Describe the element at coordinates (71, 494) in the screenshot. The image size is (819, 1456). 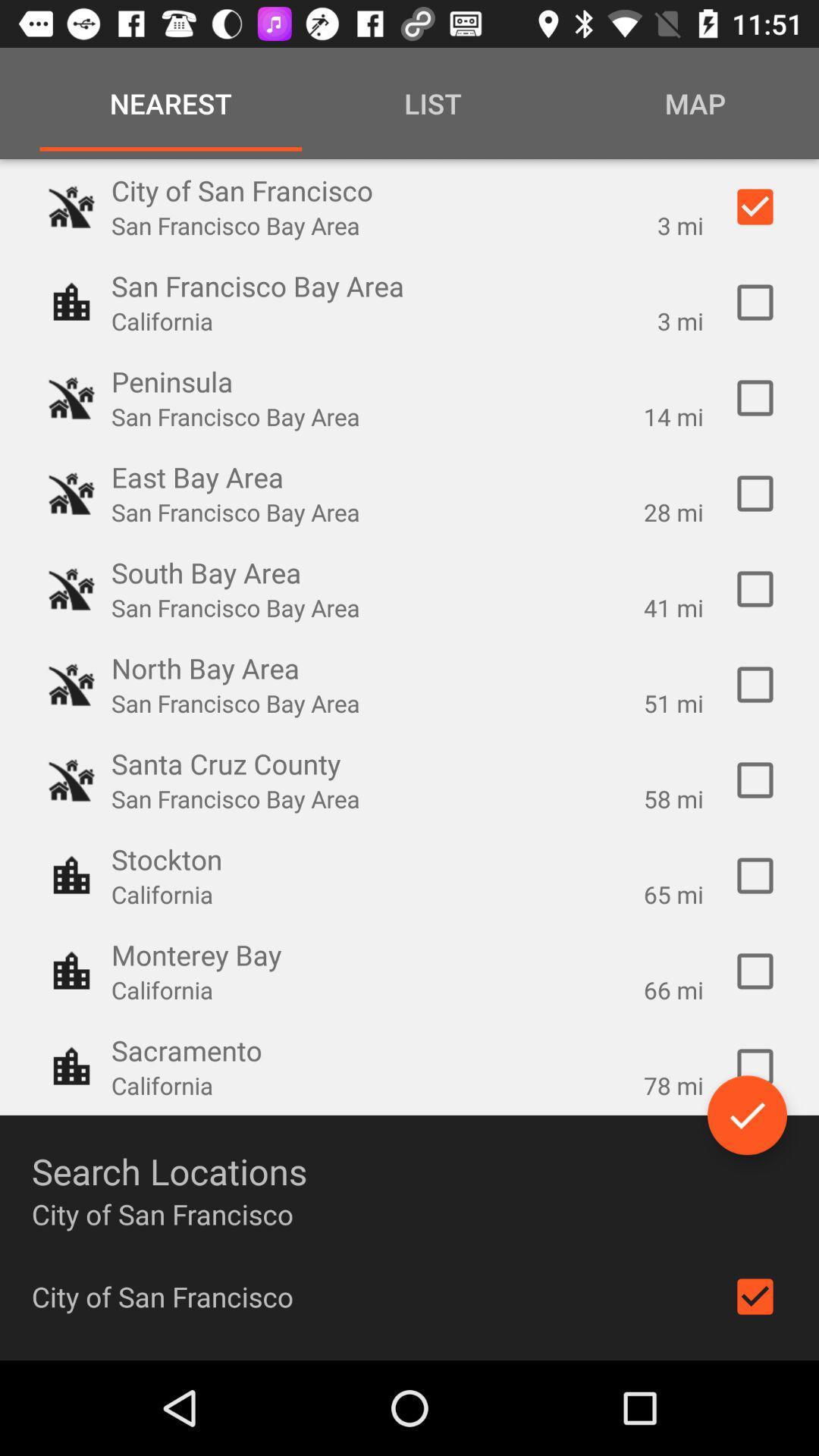
I see `the icon which is in 4th place from the top` at that location.